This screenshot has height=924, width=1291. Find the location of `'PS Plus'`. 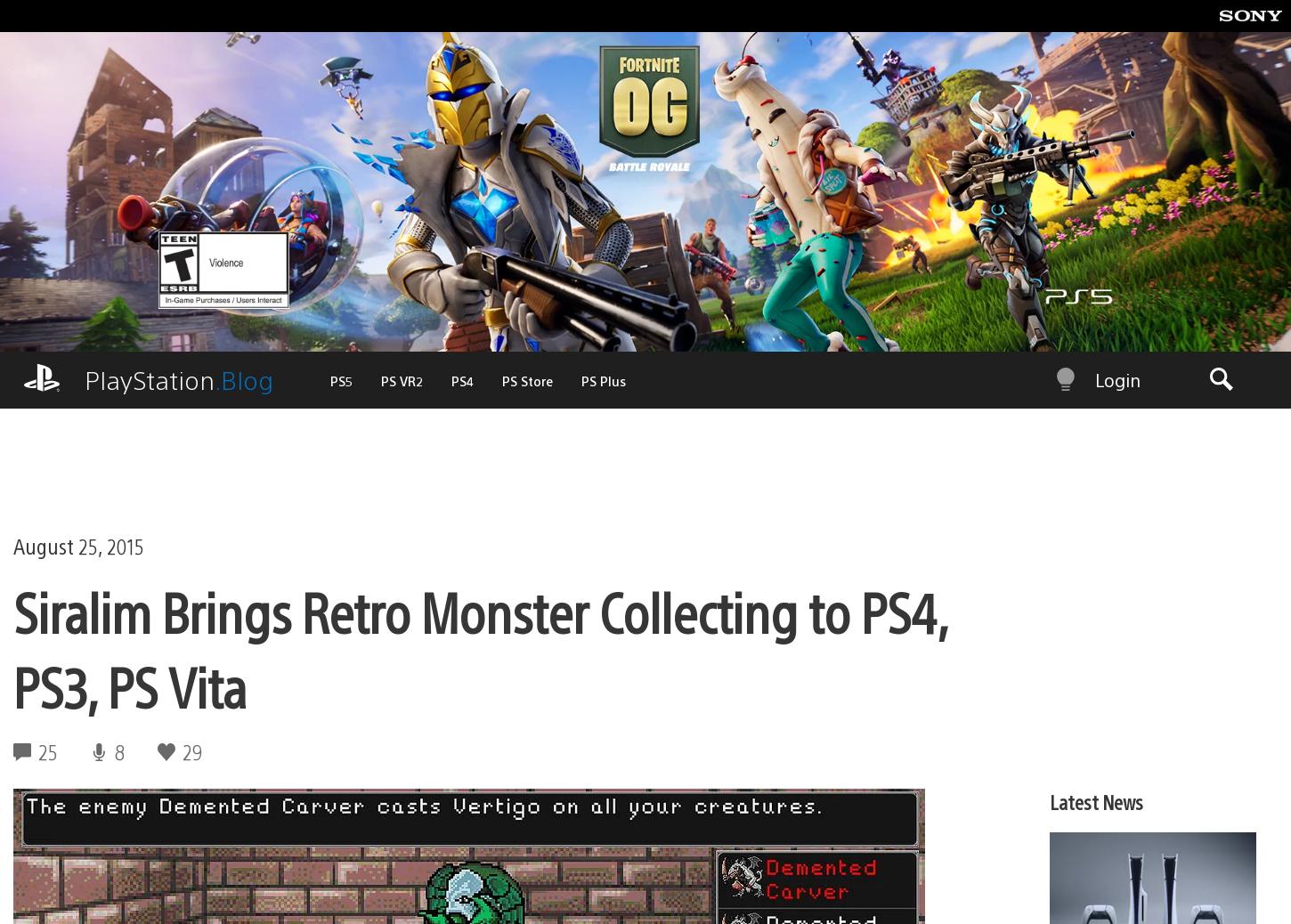

'PS Plus' is located at coordinates (262, 436).